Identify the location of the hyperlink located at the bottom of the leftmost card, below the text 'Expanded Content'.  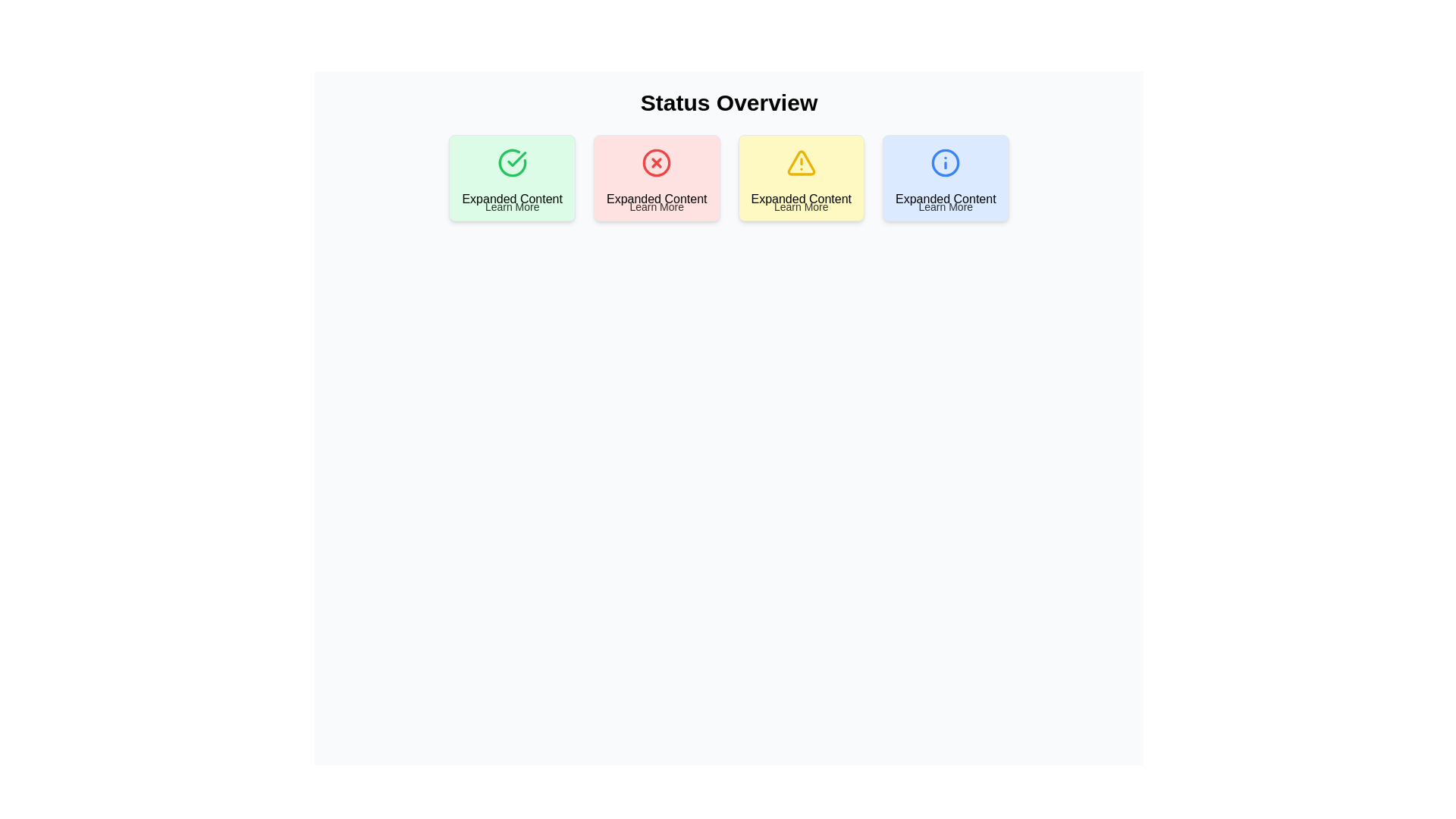
(512, 207).